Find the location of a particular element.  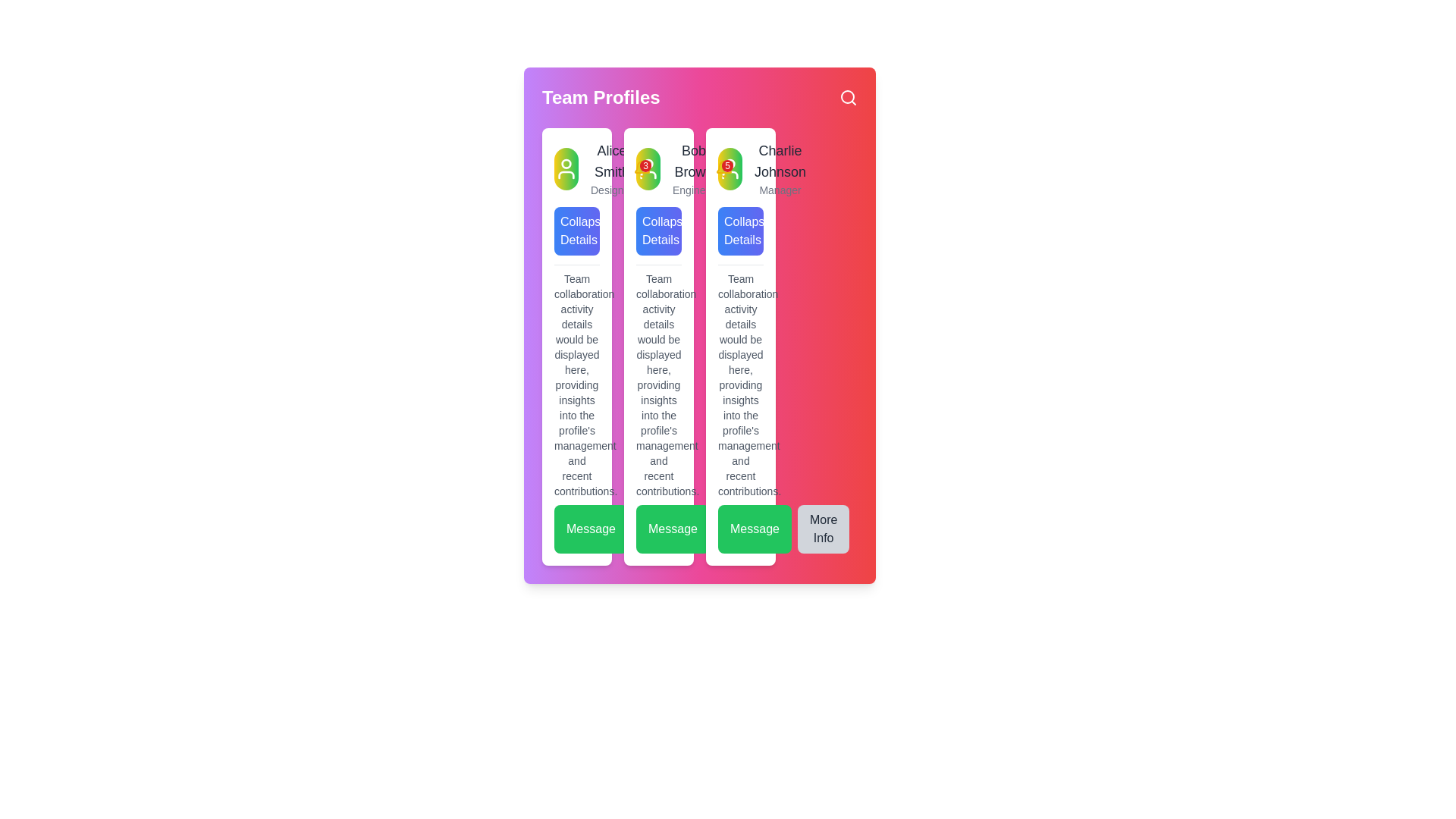

the largest text block styled in gray, located below the blue button labeled 'Collapse Details' and between the header information and the buttons 'Message' and 'More Info' is located at coordinates (576, 408).